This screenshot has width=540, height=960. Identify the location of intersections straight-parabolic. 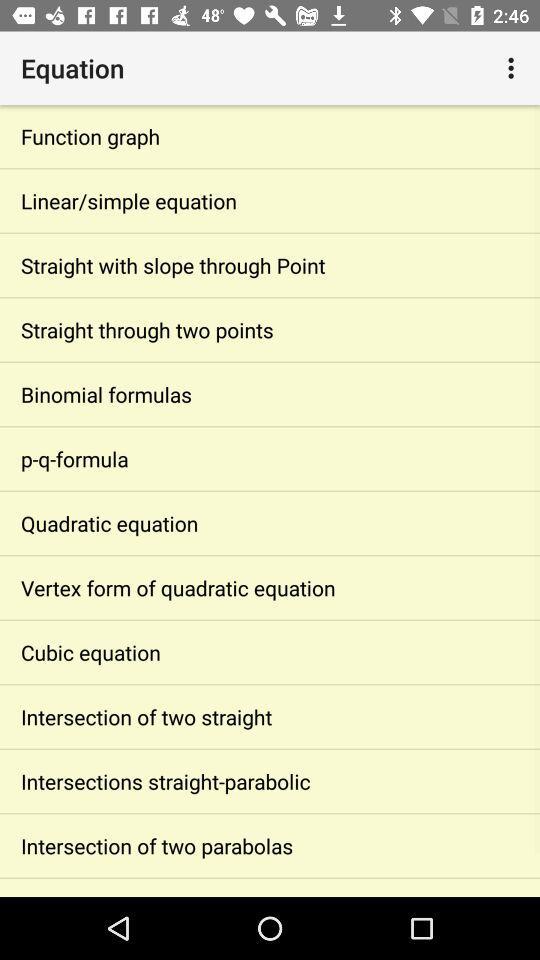
(270, 781).